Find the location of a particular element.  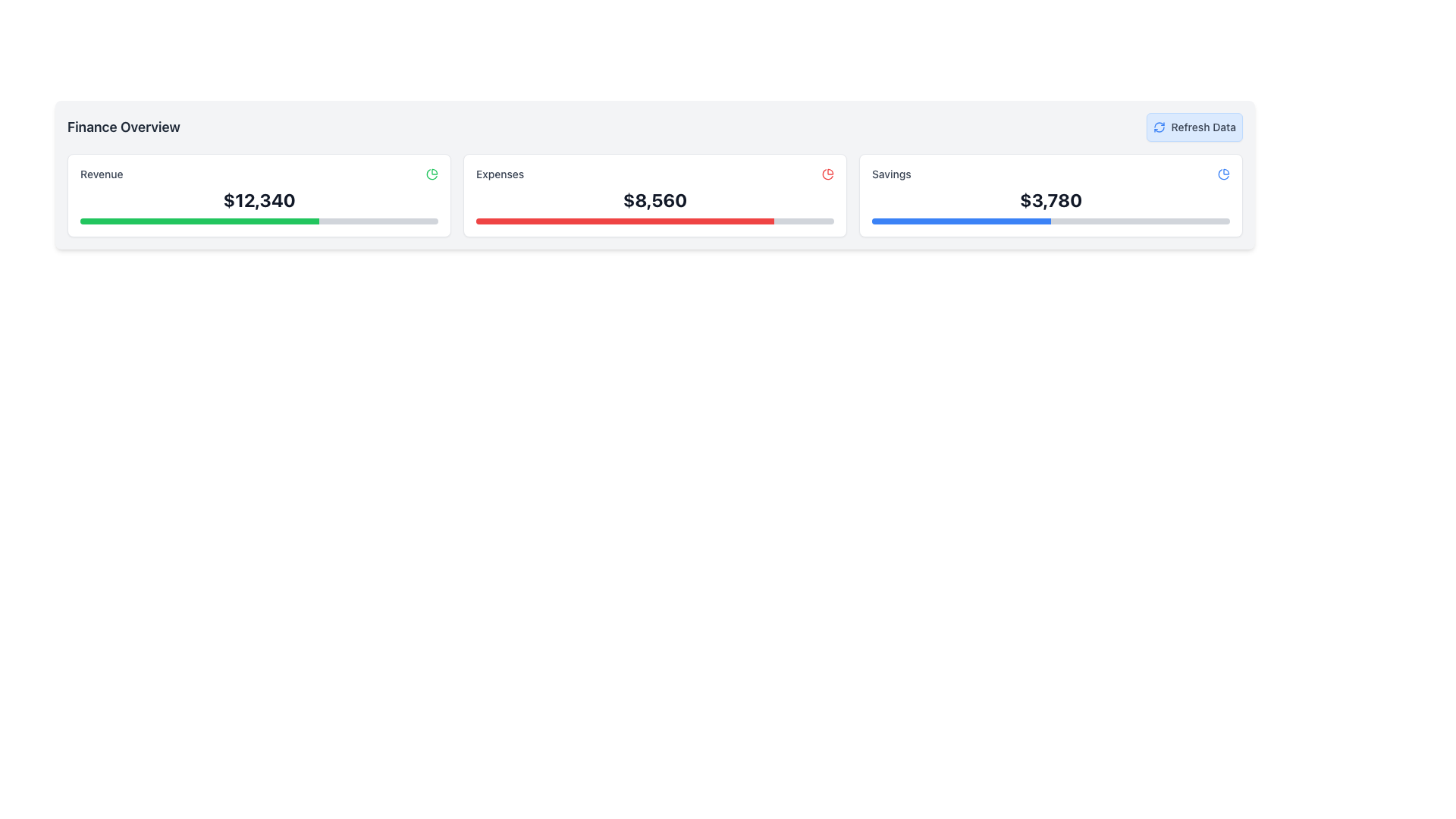

the decorative icon representing data visualization for expenses, located at the far right end of the 'Expenses' section's header is located at coordinates (827, 174).